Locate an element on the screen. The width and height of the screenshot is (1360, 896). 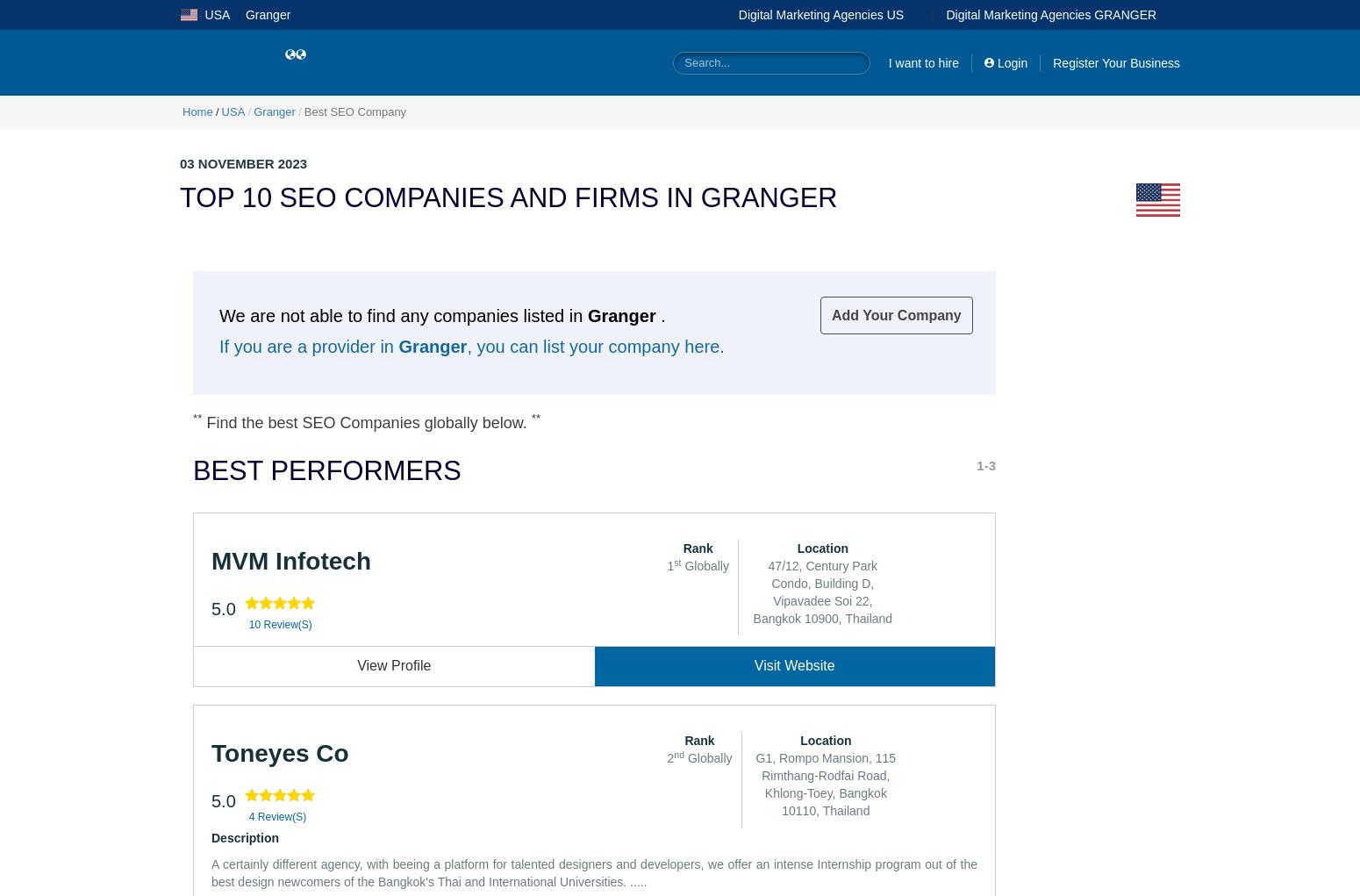
'View Profile' is located at coordinates (394, 665).